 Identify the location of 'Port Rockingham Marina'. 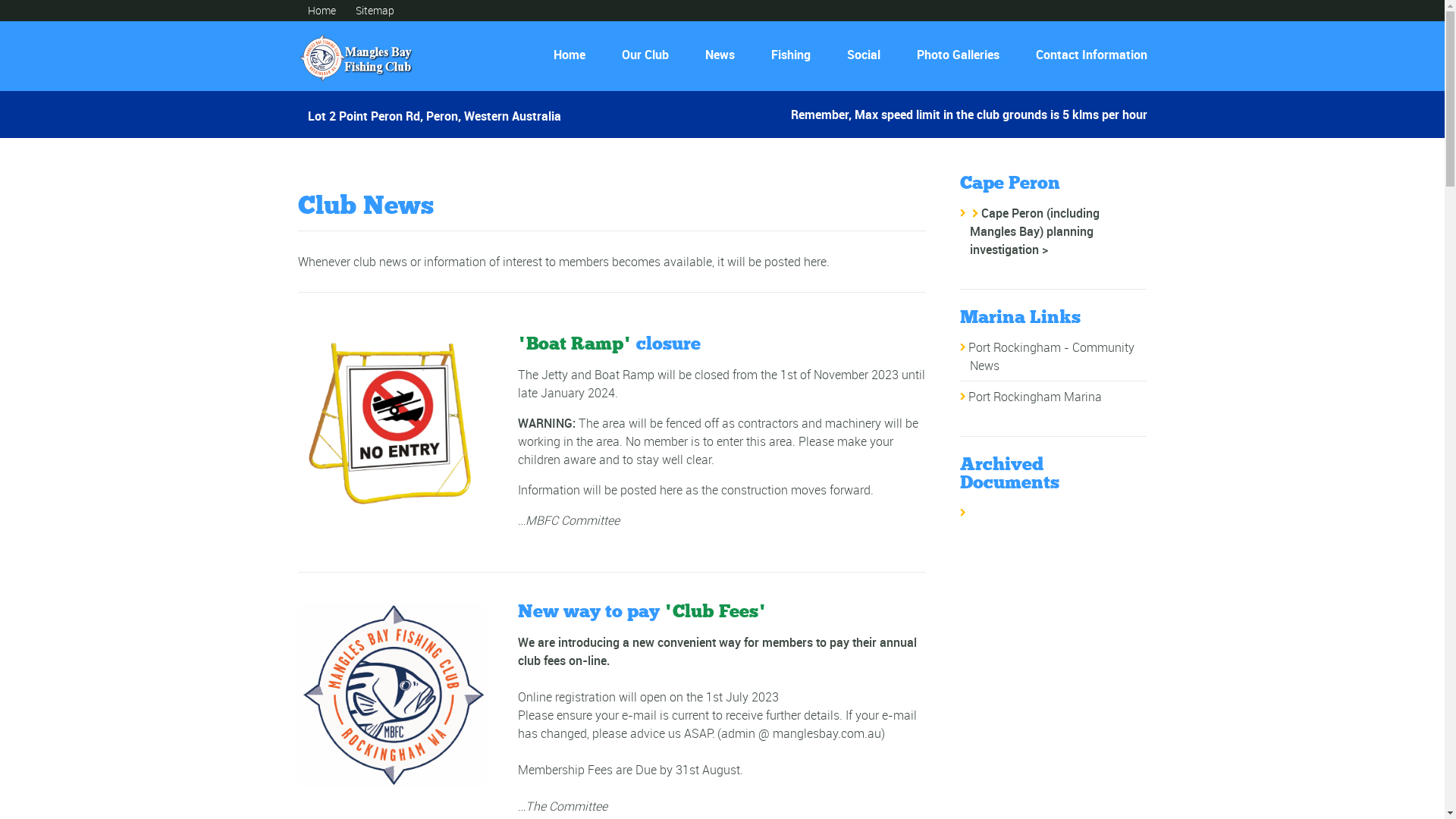
(967, 396).